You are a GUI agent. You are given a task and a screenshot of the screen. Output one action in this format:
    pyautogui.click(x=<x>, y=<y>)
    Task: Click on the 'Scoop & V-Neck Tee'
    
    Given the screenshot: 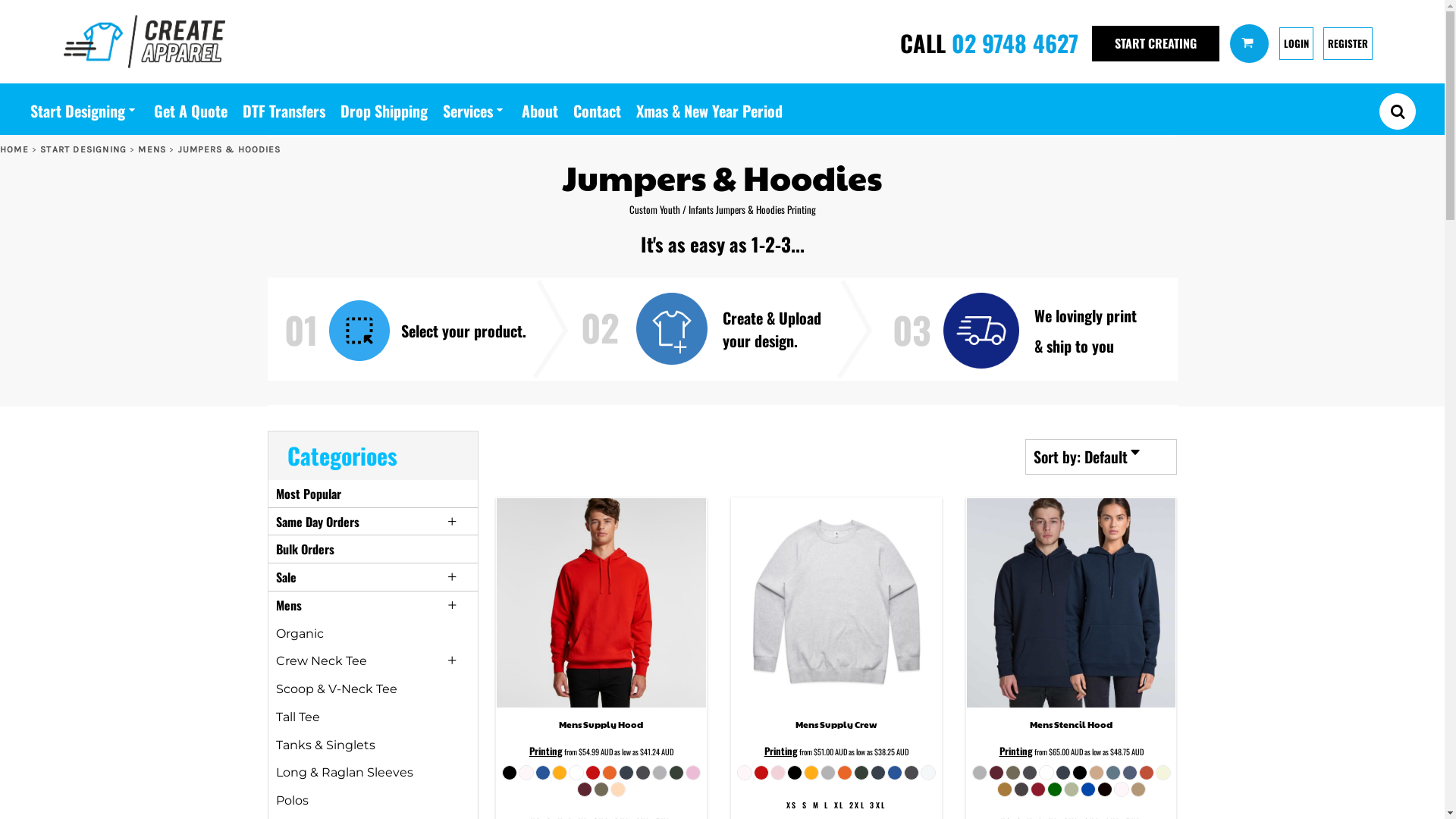 What is the action you would take?
    pyautogui.click(x=335, y=689)
    